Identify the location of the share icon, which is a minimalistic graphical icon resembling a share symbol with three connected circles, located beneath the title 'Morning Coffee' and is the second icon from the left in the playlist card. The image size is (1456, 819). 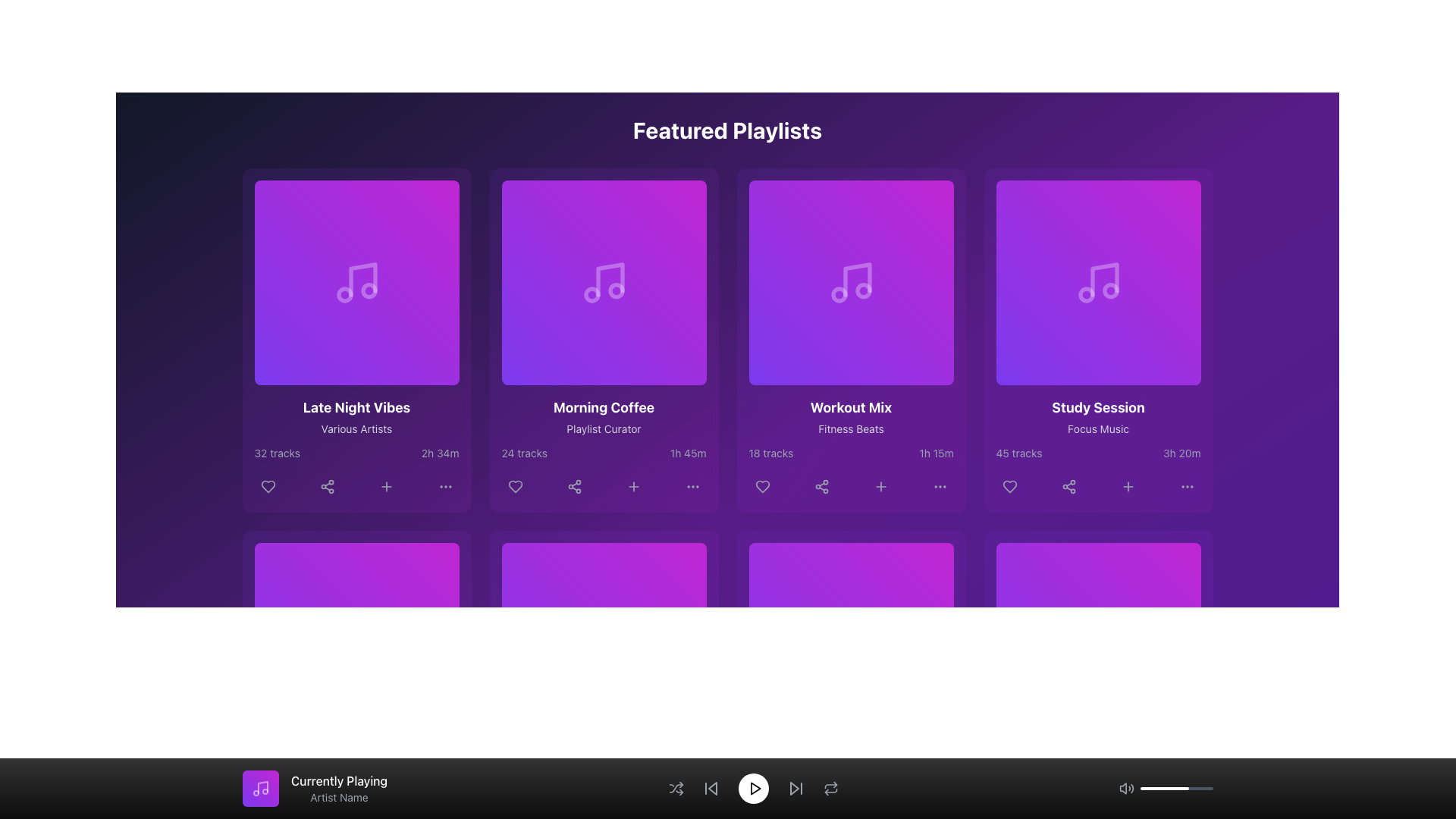
(573, 486).